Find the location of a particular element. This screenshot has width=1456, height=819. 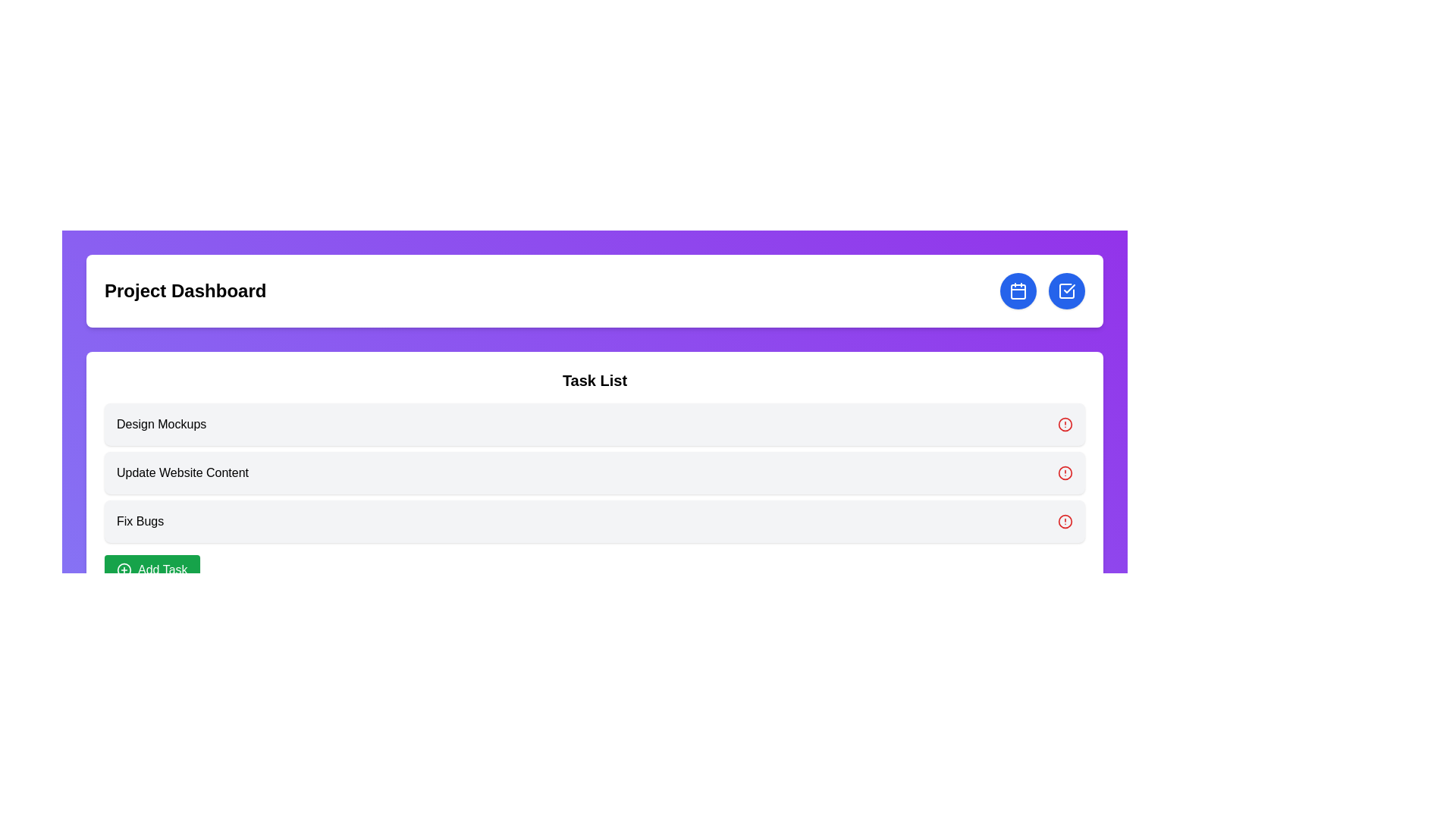

the rounded rectangle shape within the calendar icon located in the top-right corner of the purple header bar is located at coordinates (1018, 292).